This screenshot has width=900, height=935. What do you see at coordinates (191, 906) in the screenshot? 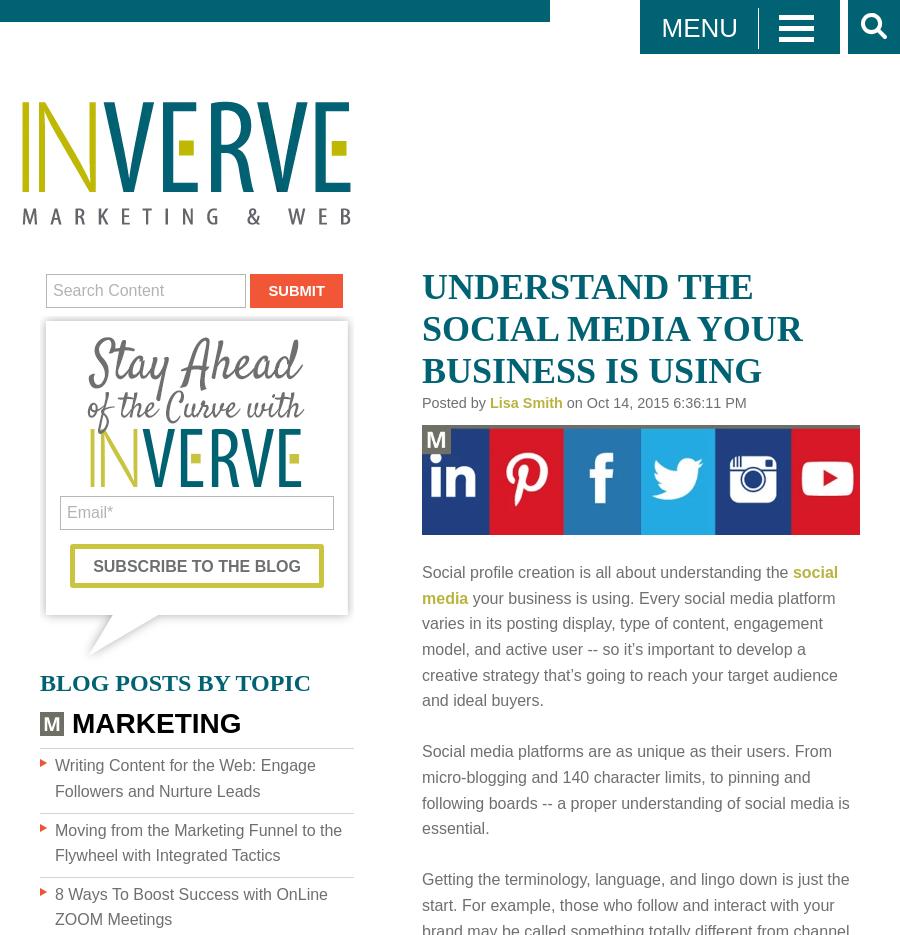
I see `'8 Ways To Boost Success with OnLine ZOOM Meetings'` at bounding box center [191, 906].